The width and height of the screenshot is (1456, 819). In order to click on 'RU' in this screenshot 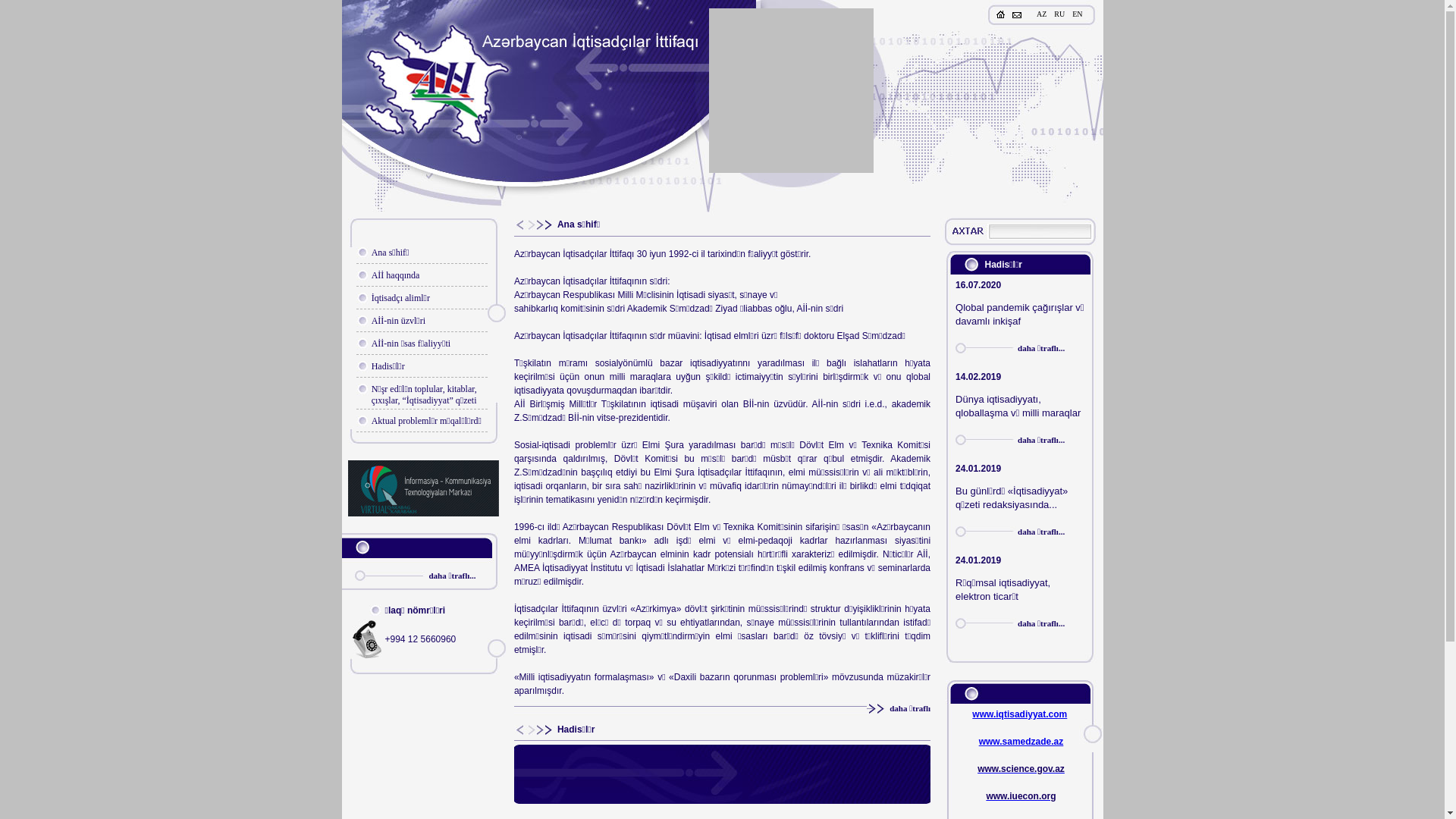, I will do `click(1058, 14)`.